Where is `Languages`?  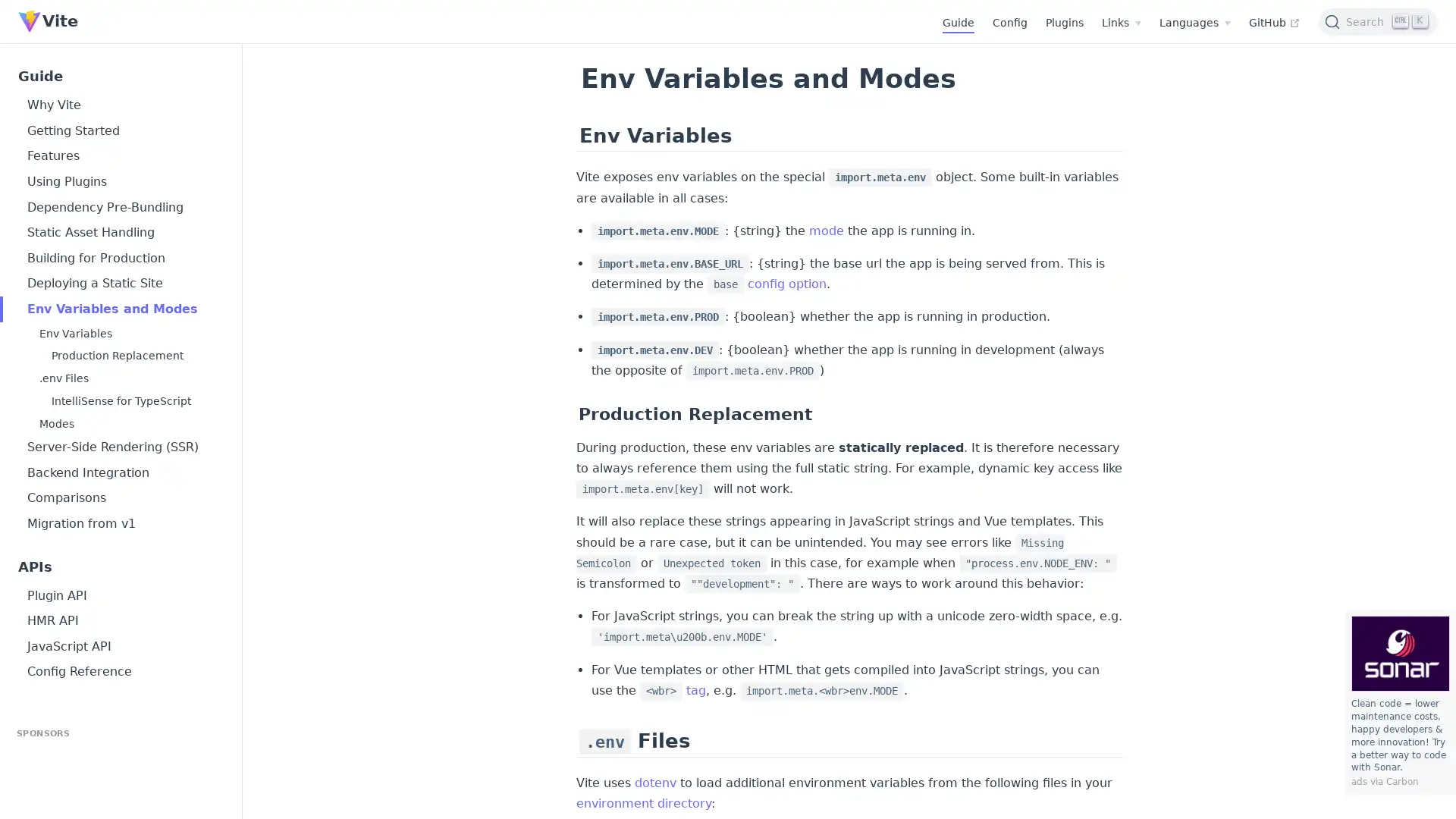 Languages is located at coordinates (1194, 23).